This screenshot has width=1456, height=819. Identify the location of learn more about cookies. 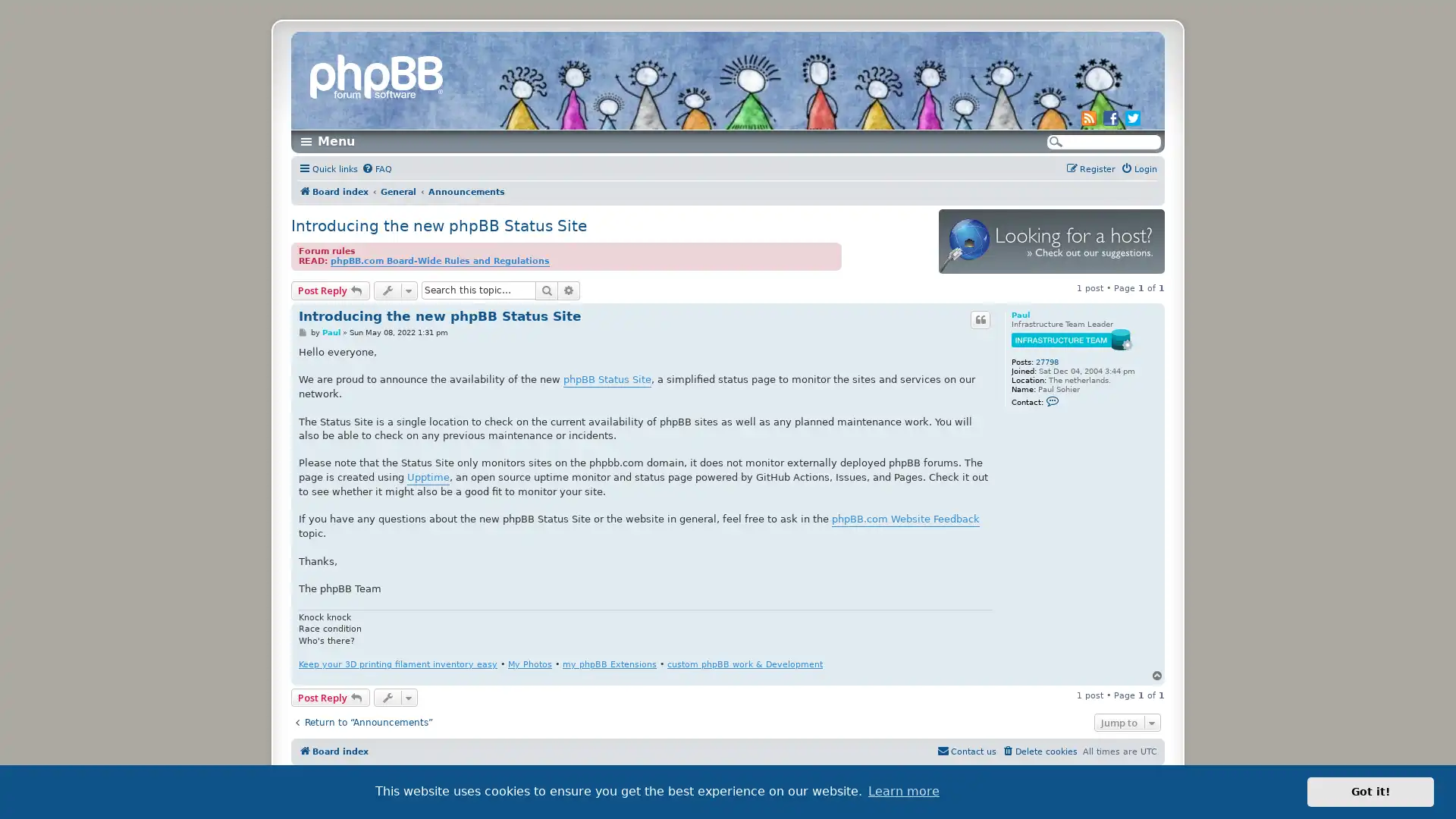
(903, 791).